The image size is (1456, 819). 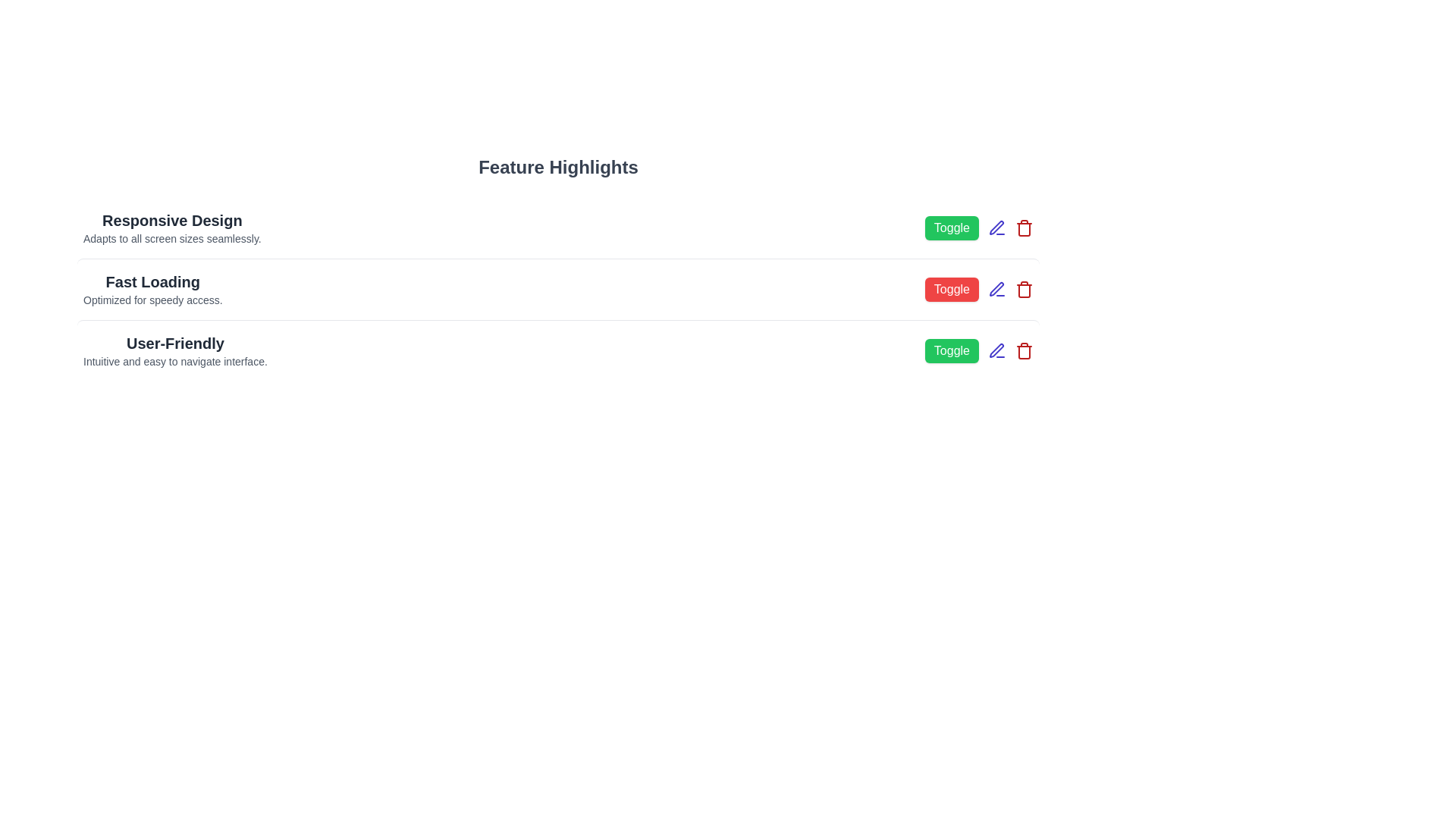 What do you see at coordinates (997, 350) in the screenshot?
I see `the edit button for the feature named User-Friendly` at bounding box center [997, 350].